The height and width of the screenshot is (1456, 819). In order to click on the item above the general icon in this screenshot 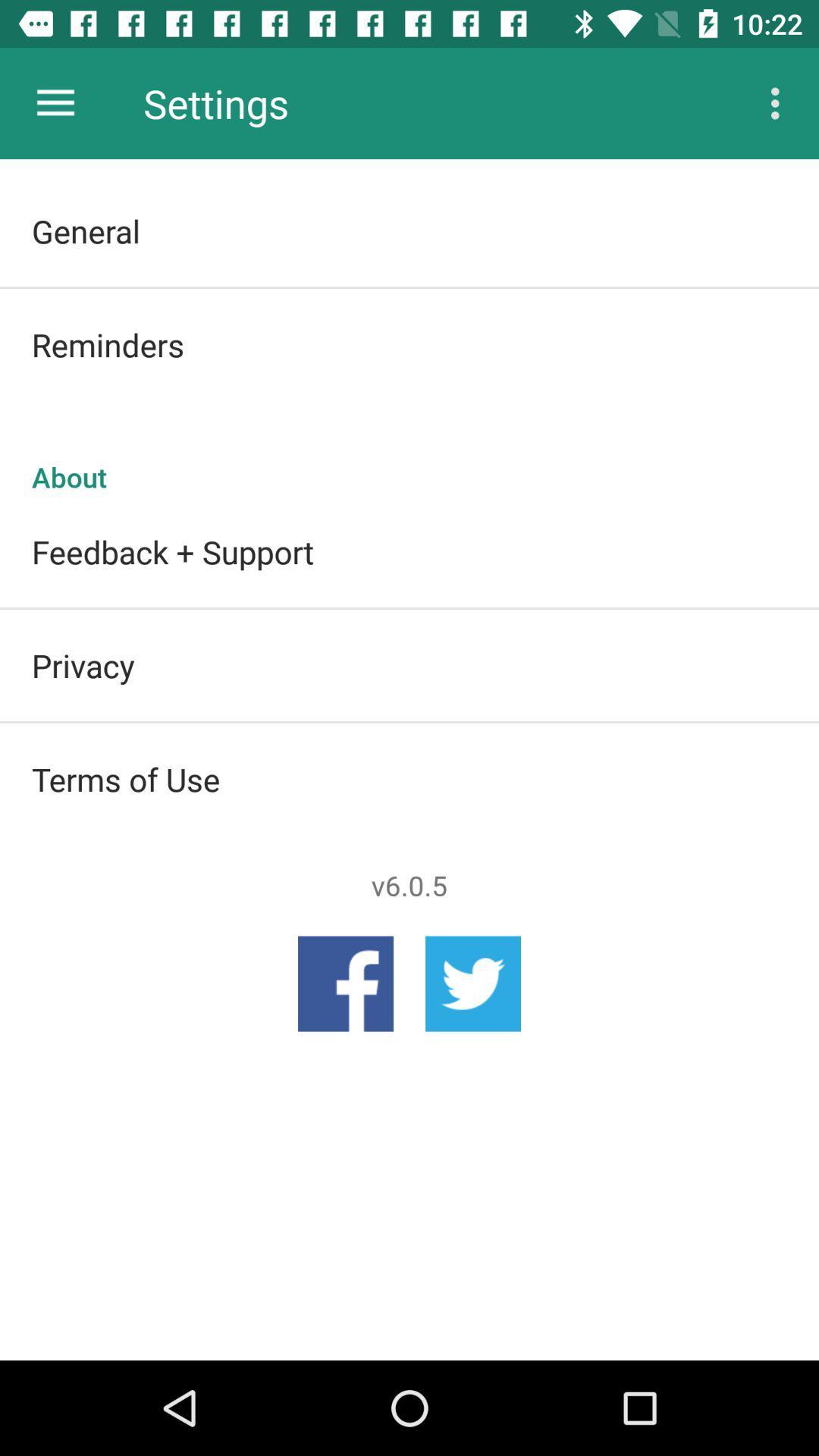, I will do `click(779, 102)`.